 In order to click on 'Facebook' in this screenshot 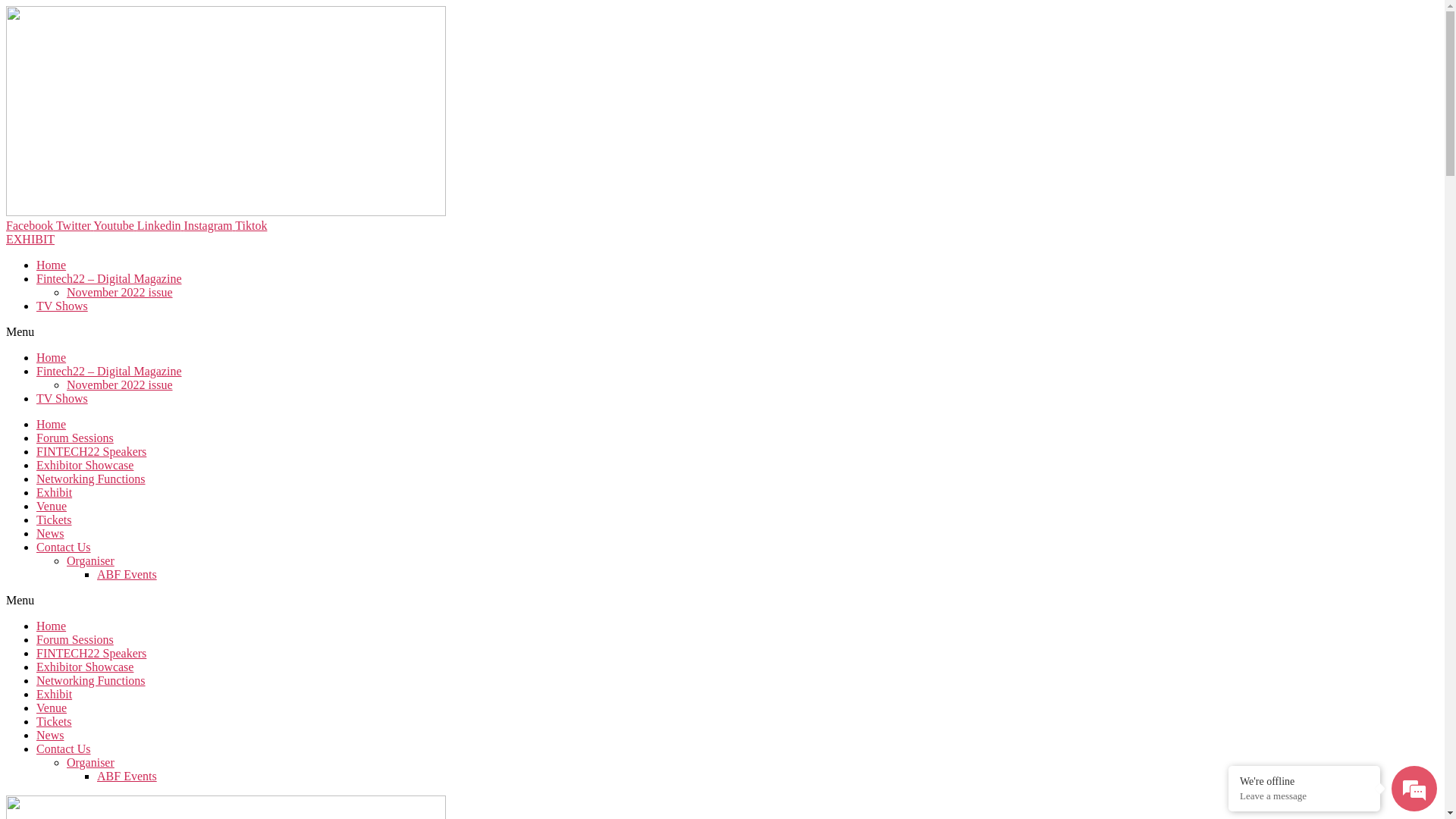, I will do `click(6, 225)`.